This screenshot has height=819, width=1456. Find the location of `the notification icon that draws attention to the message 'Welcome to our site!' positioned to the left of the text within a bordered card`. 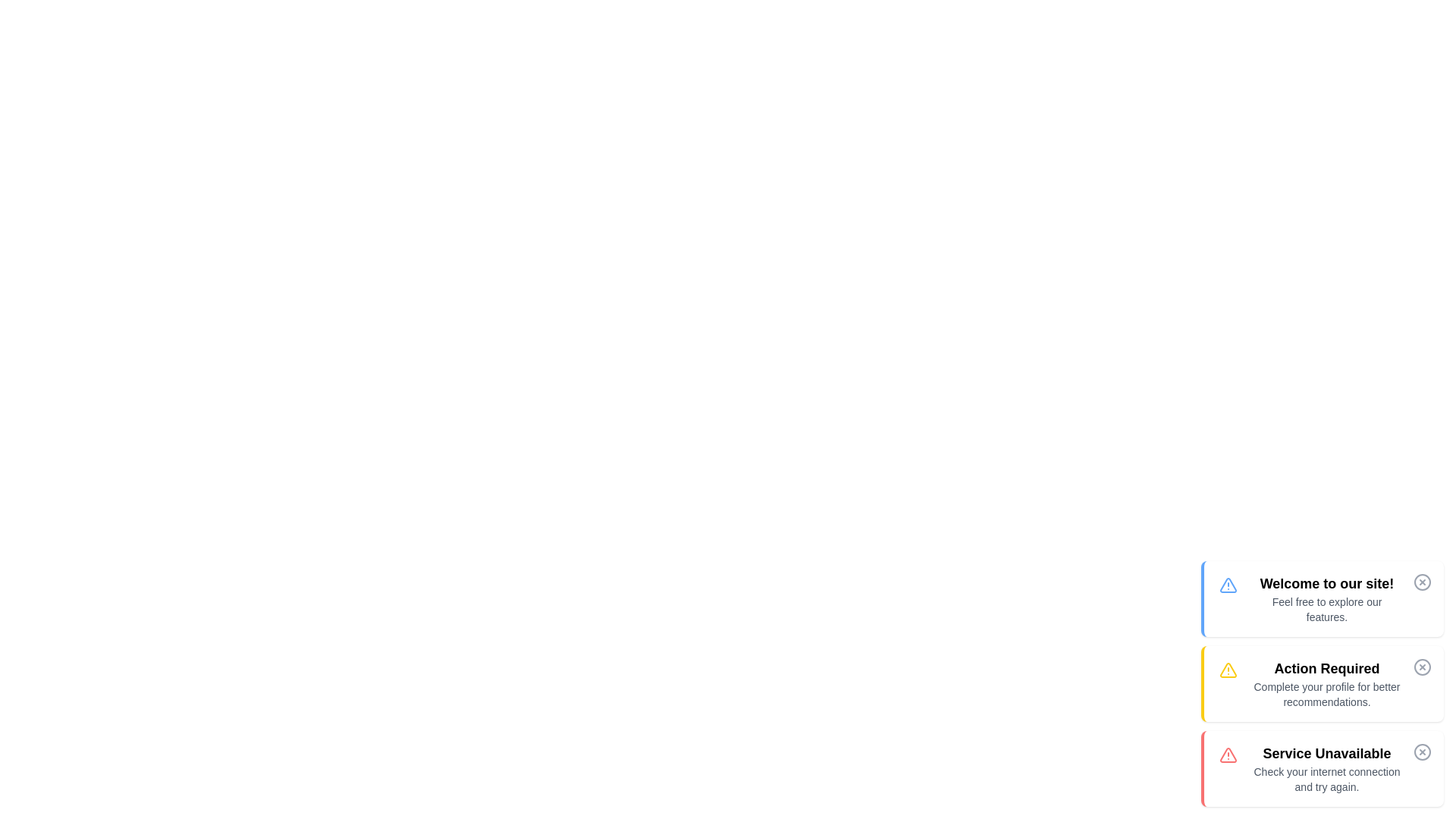

the notification icon that draws attention to the message 'Welcome to our site!' positioned to the left of the text within a bordered card is located at coordinates (1228, 584).